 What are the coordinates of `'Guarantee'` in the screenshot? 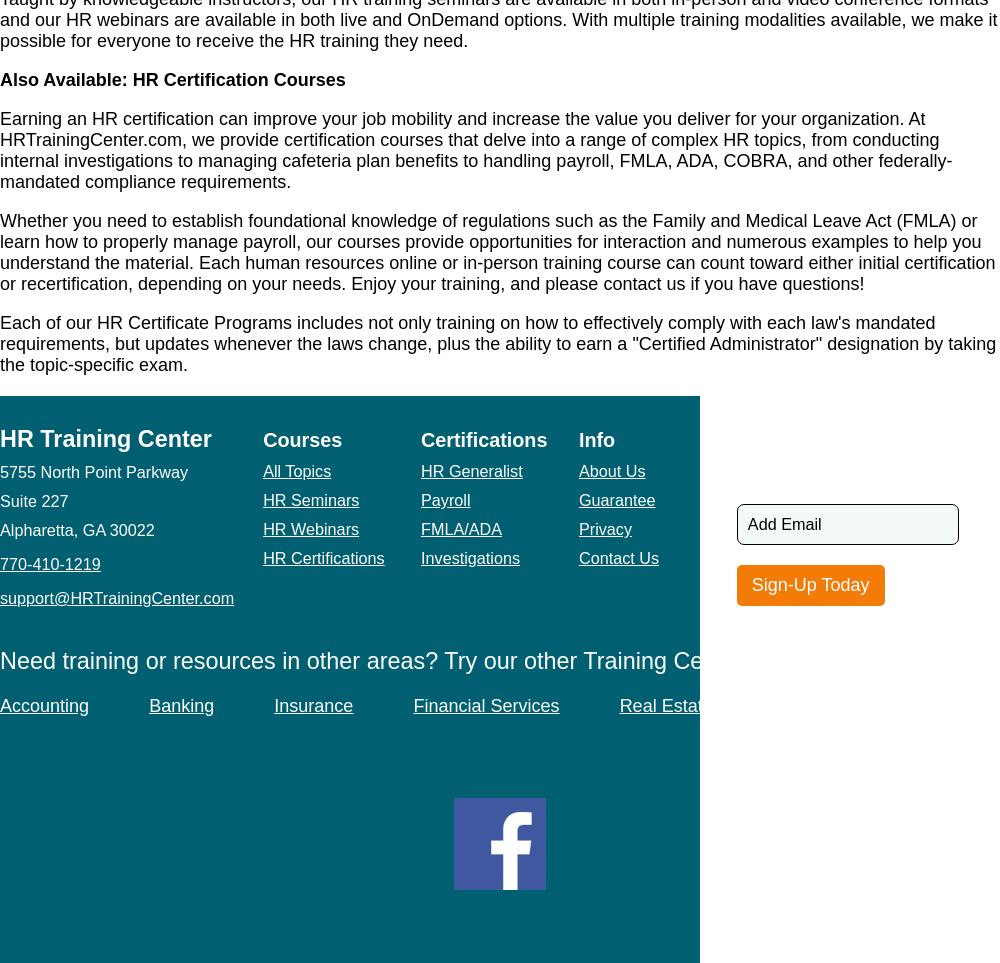 It's located at (577, 499).